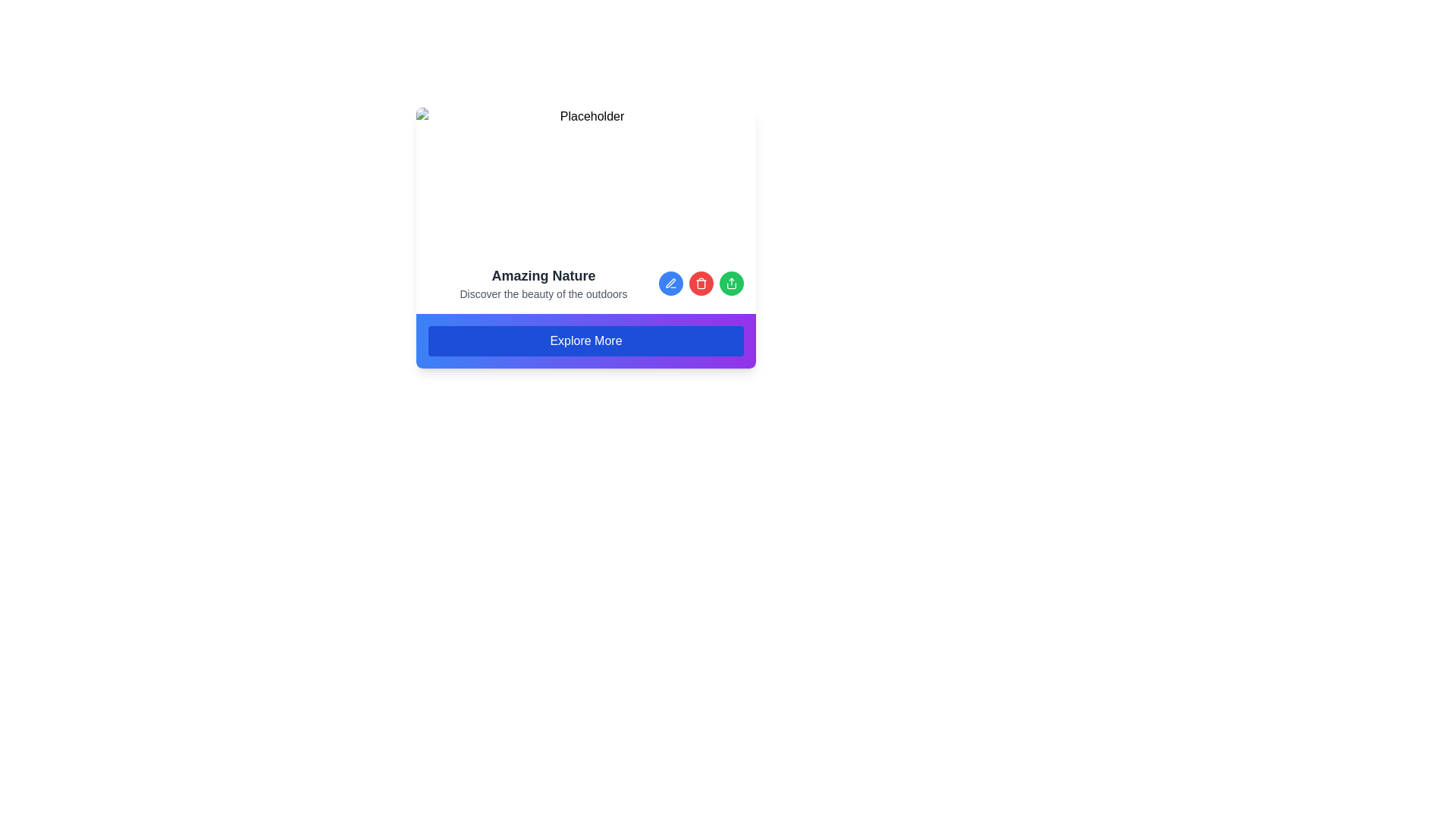 The width and height of the screenshot is (1456, 819). What do you see at coordinates (670, 284) in the screenshot?
I see `the first circular Icon Button representing editing or modifying content located at the bottom-right area of the card` at bounding box center [670, 284].